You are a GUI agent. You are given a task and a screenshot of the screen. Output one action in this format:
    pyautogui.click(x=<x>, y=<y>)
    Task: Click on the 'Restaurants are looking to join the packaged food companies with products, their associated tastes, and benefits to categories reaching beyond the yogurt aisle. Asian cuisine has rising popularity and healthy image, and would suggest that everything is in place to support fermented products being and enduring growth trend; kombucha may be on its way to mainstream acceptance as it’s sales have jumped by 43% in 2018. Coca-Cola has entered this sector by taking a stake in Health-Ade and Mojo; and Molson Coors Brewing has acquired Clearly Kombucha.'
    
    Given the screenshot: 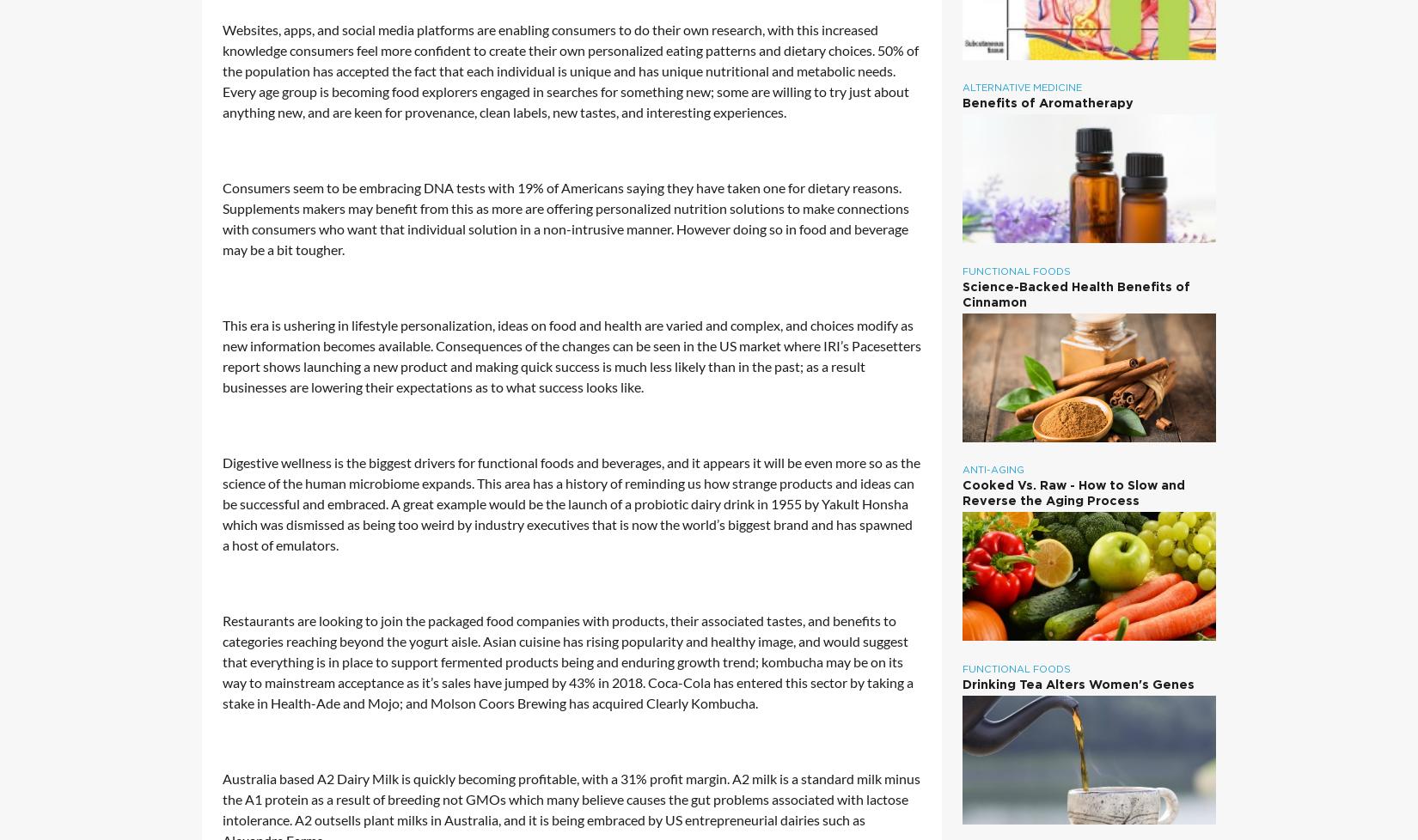 What is the action you would take?
    pyautogui.click(x=566, y=660)
    